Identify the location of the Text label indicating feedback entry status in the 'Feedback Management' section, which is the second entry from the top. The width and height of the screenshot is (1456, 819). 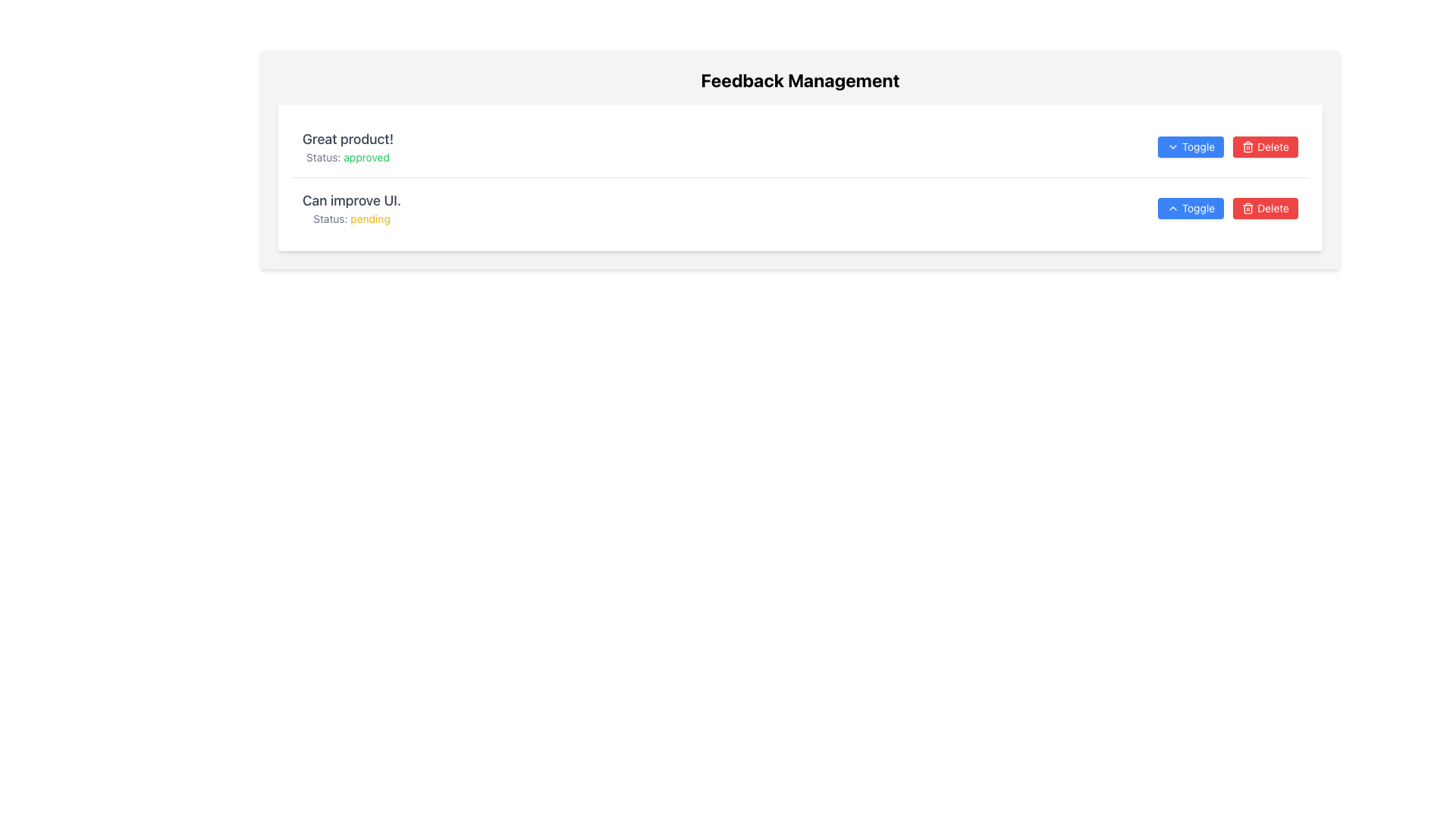
(351, 208).